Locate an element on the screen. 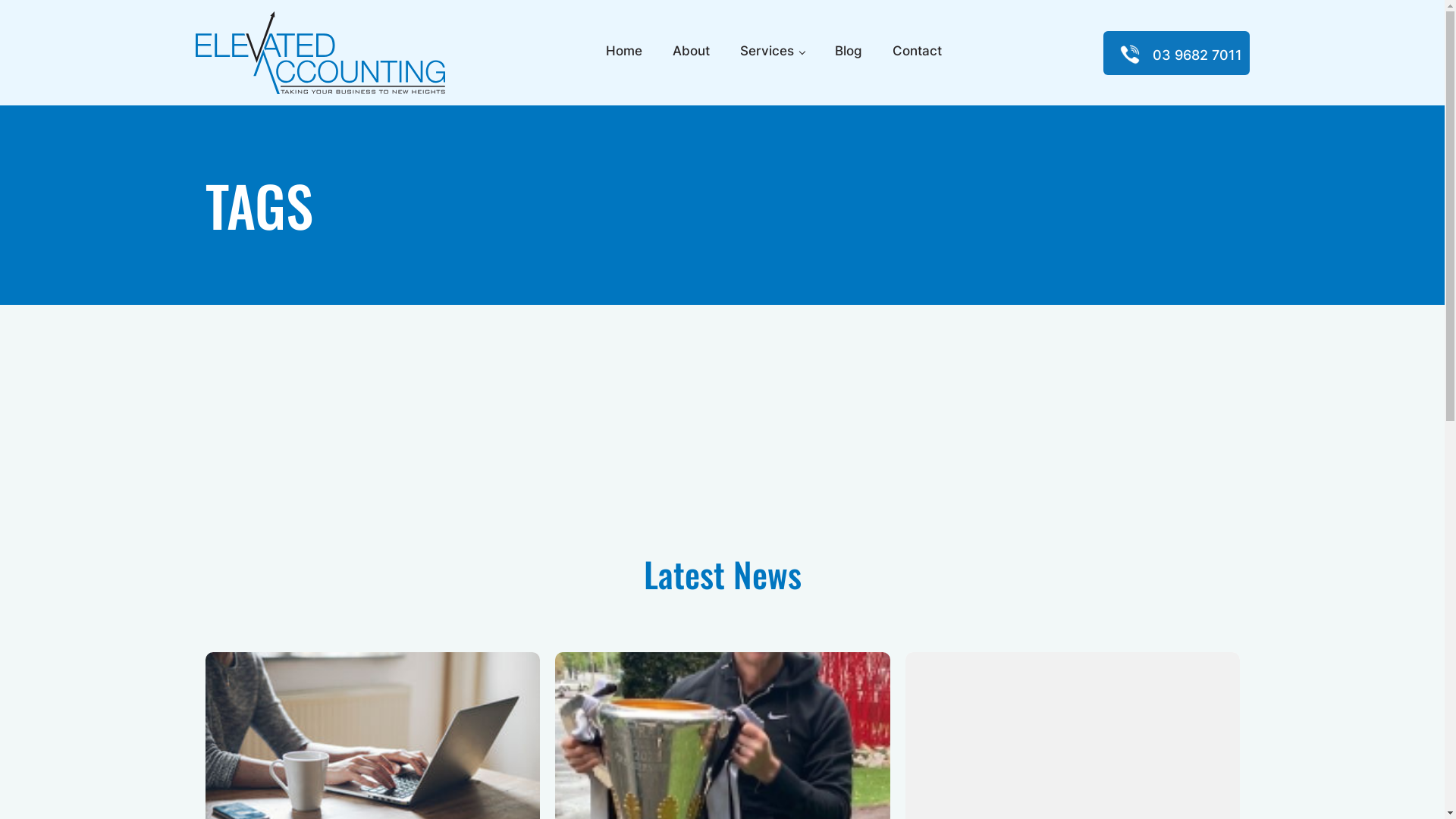 Image resolution: width=1456 pixels, height=819 pixels. 'Home' is located at coordinates (623, 52).